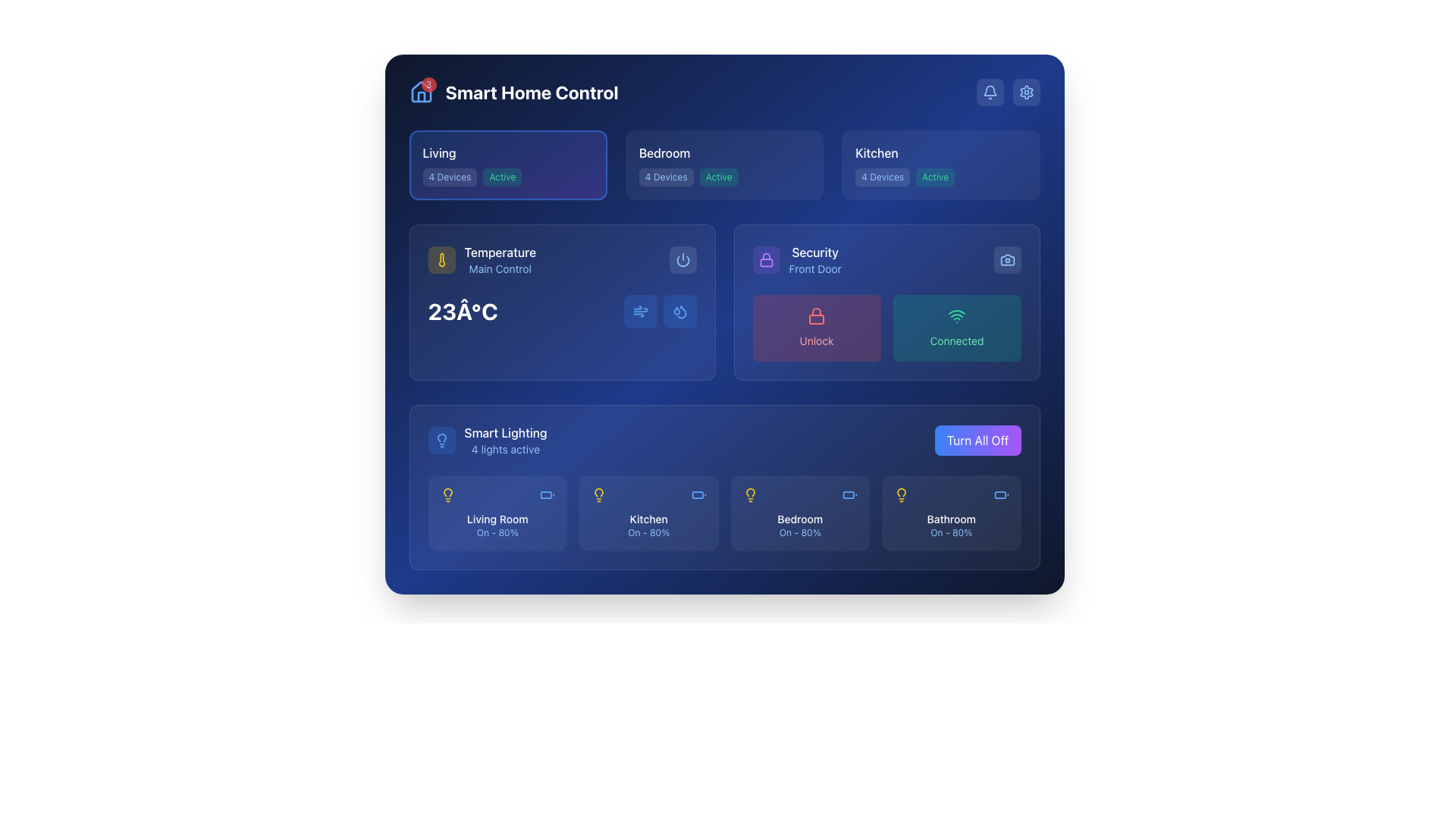 Image resolution: width=1456 pixels, height=819 pixels. What do you see at coordinates (481, 259) in the screenshot?
I see `and interpret the information displayed on the thermometer icon and accompanying text 'Temperature' and 'Main Control', which are located in the central control panel area on the left side of the temperature section` at bounding box center [481, 259].